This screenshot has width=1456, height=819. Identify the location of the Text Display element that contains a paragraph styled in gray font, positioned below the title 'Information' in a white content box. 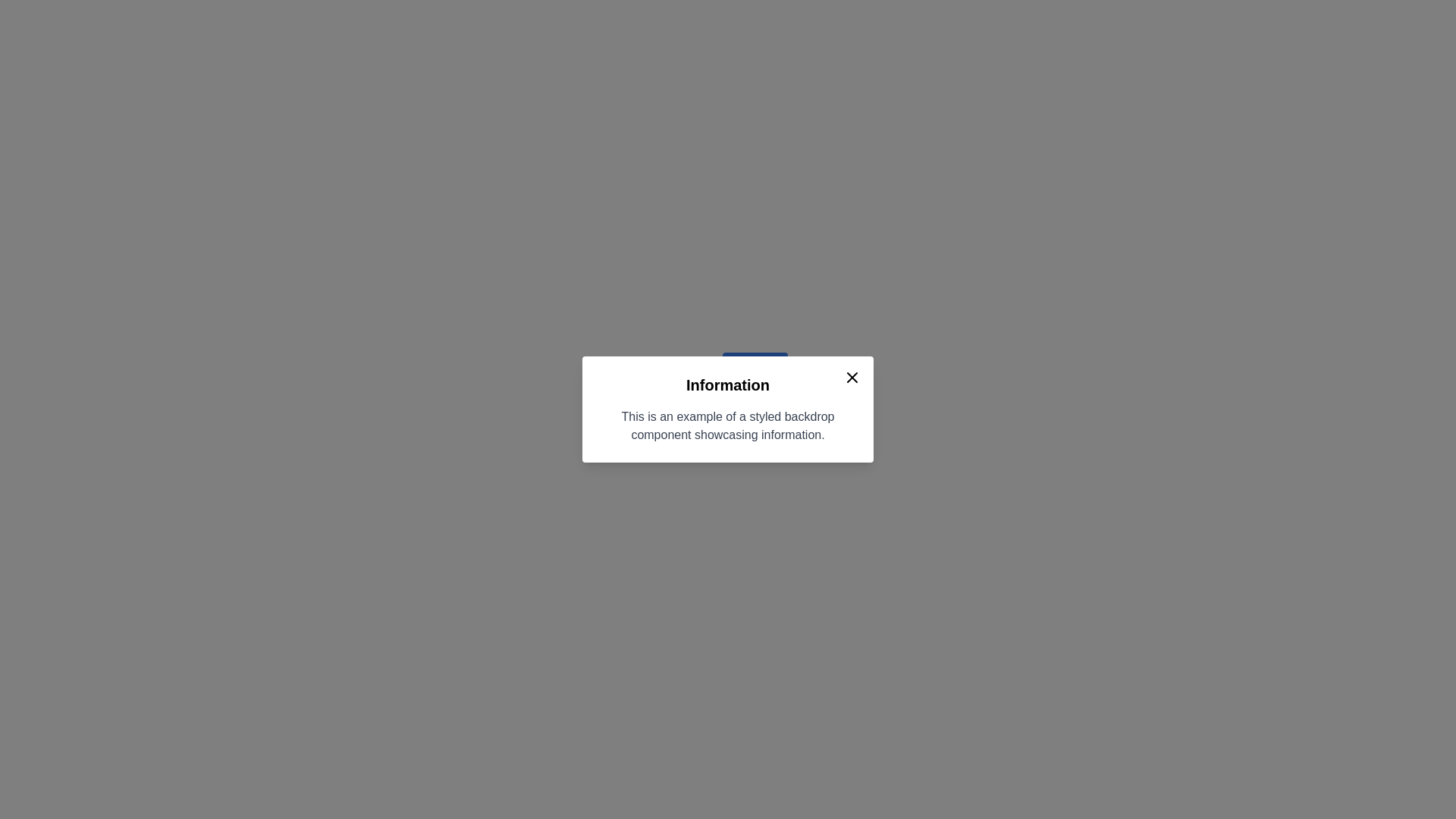
(728, 426).